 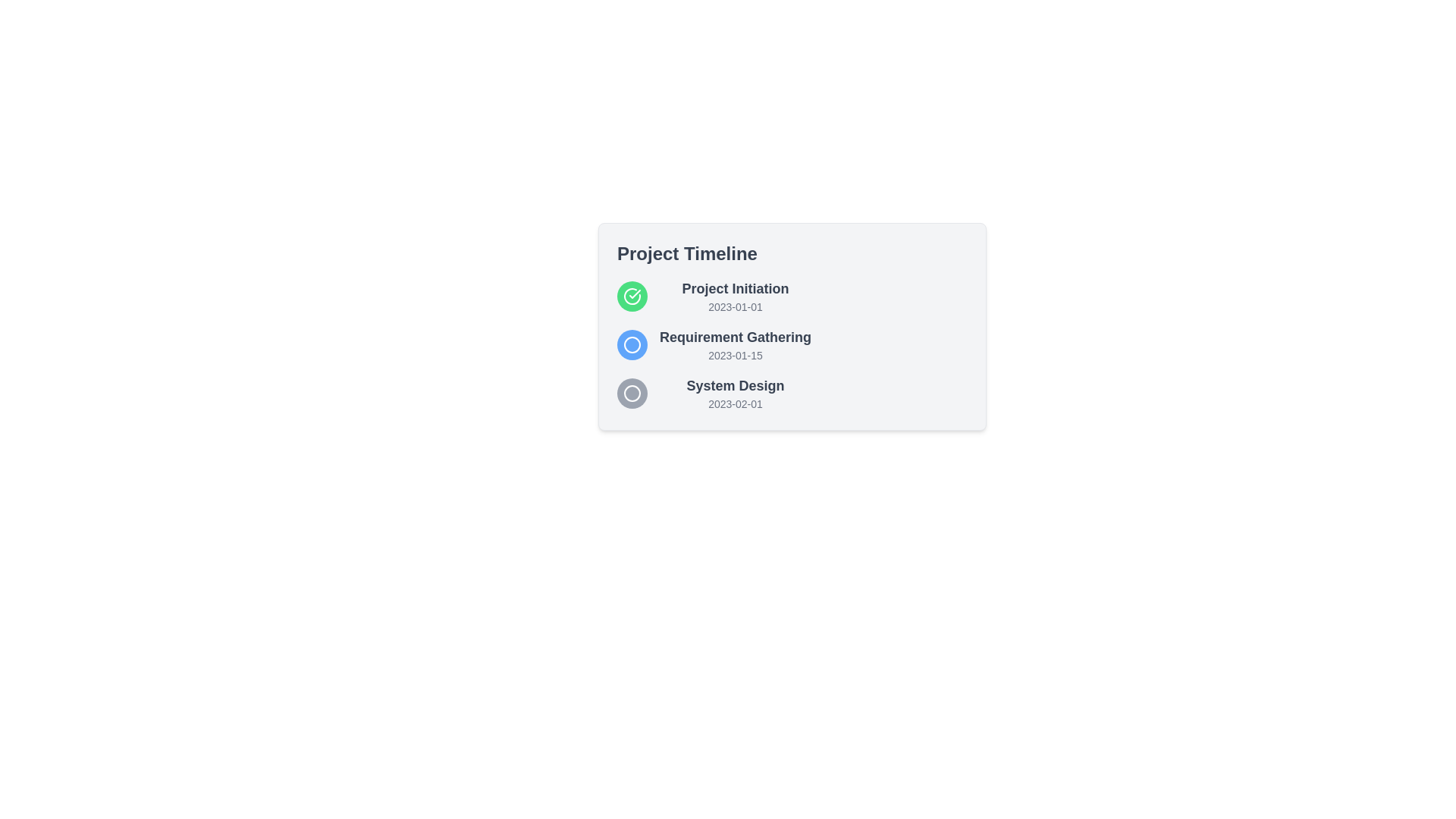 I want to click on the 'System Design' milestone text element, so click(x=735, y=393).